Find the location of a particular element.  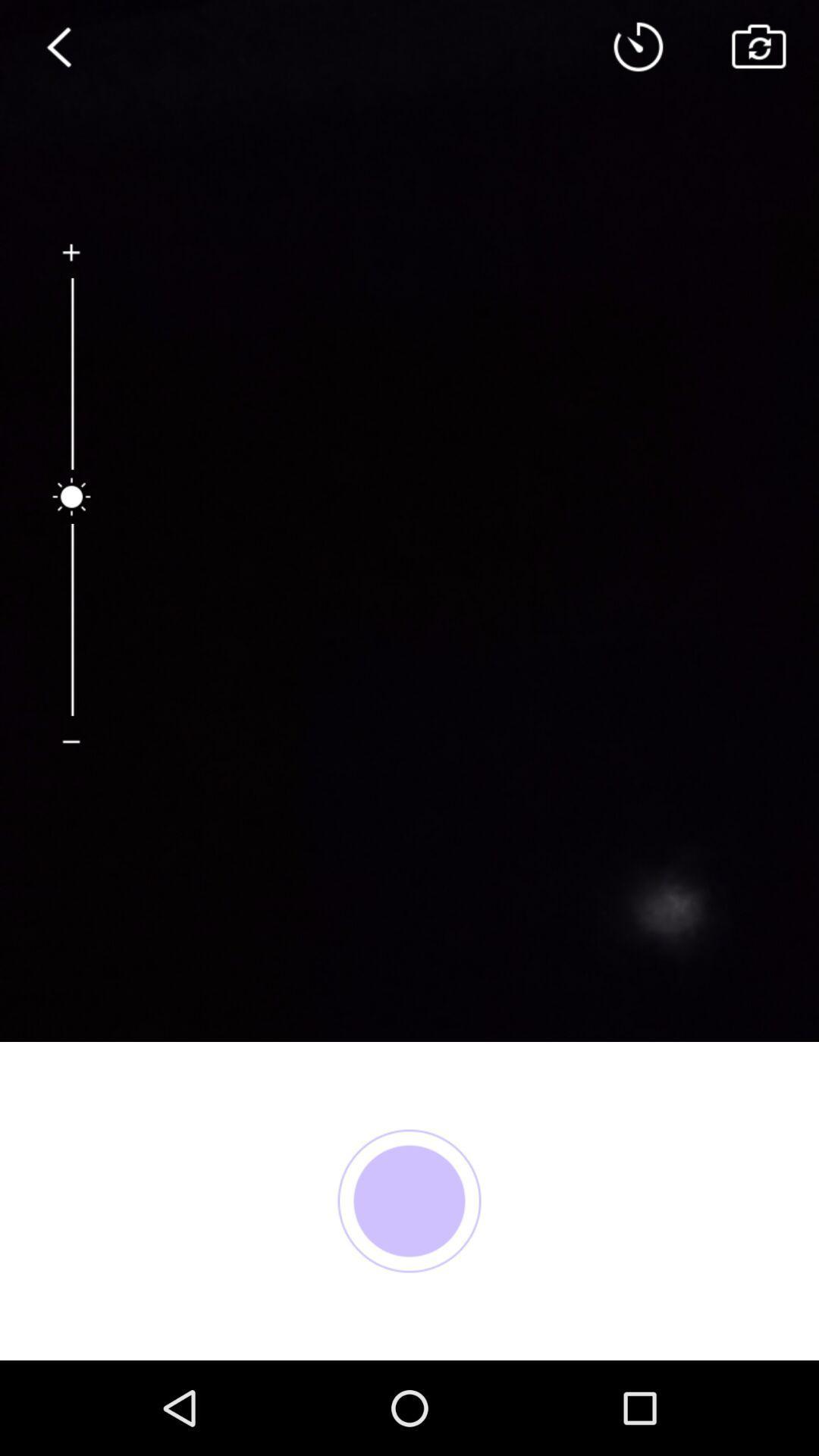

the arrow_backward icon is located at coordinates (59, 51).